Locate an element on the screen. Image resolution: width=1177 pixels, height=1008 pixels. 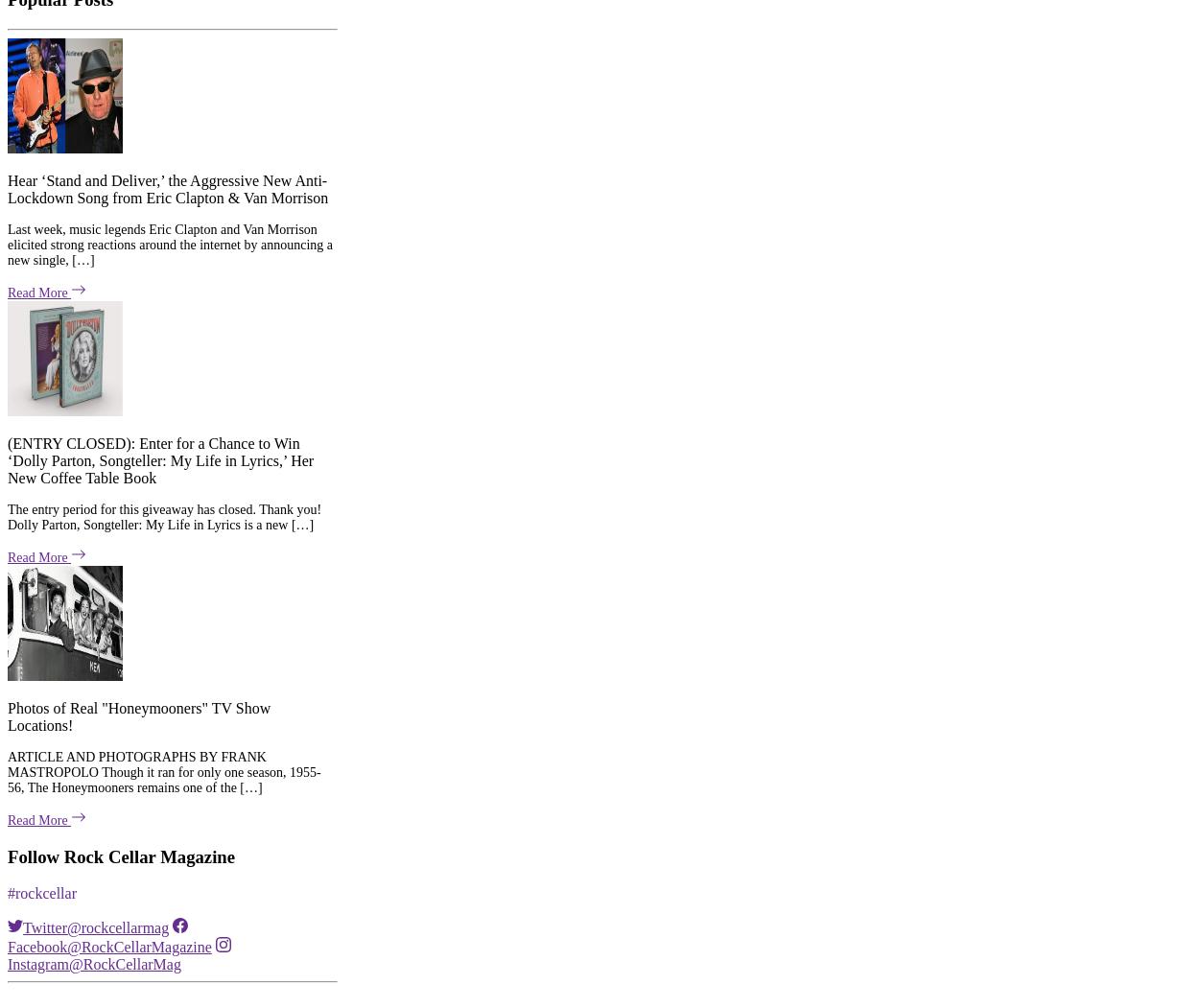
'Twitter@rockcellarmag' is located at coordinates (23, 640).